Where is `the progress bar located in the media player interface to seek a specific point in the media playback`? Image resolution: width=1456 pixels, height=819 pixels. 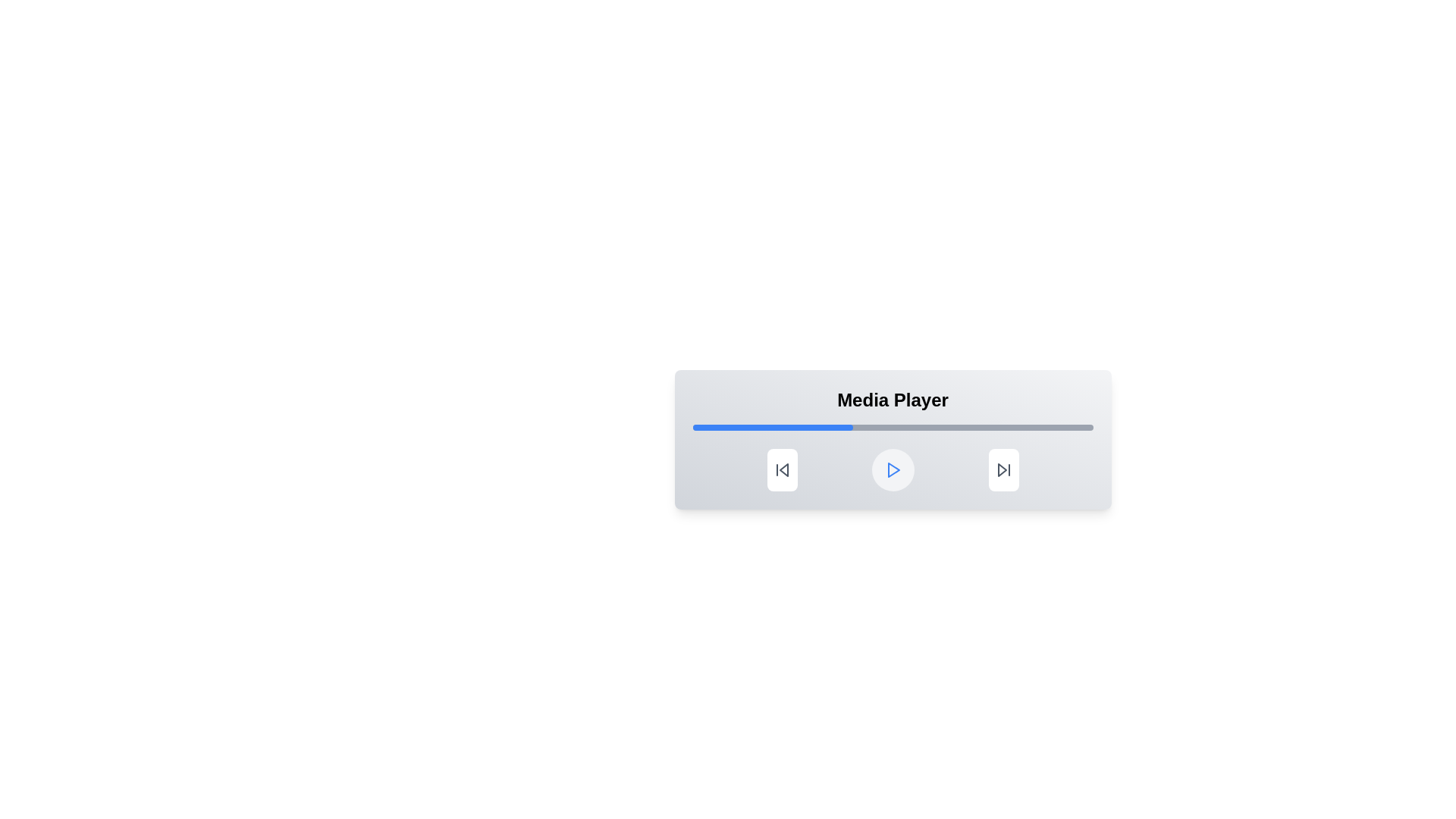 the progress bar located in the media player interface to seek a specific point in the media playback is located at coordinates (893, 427).